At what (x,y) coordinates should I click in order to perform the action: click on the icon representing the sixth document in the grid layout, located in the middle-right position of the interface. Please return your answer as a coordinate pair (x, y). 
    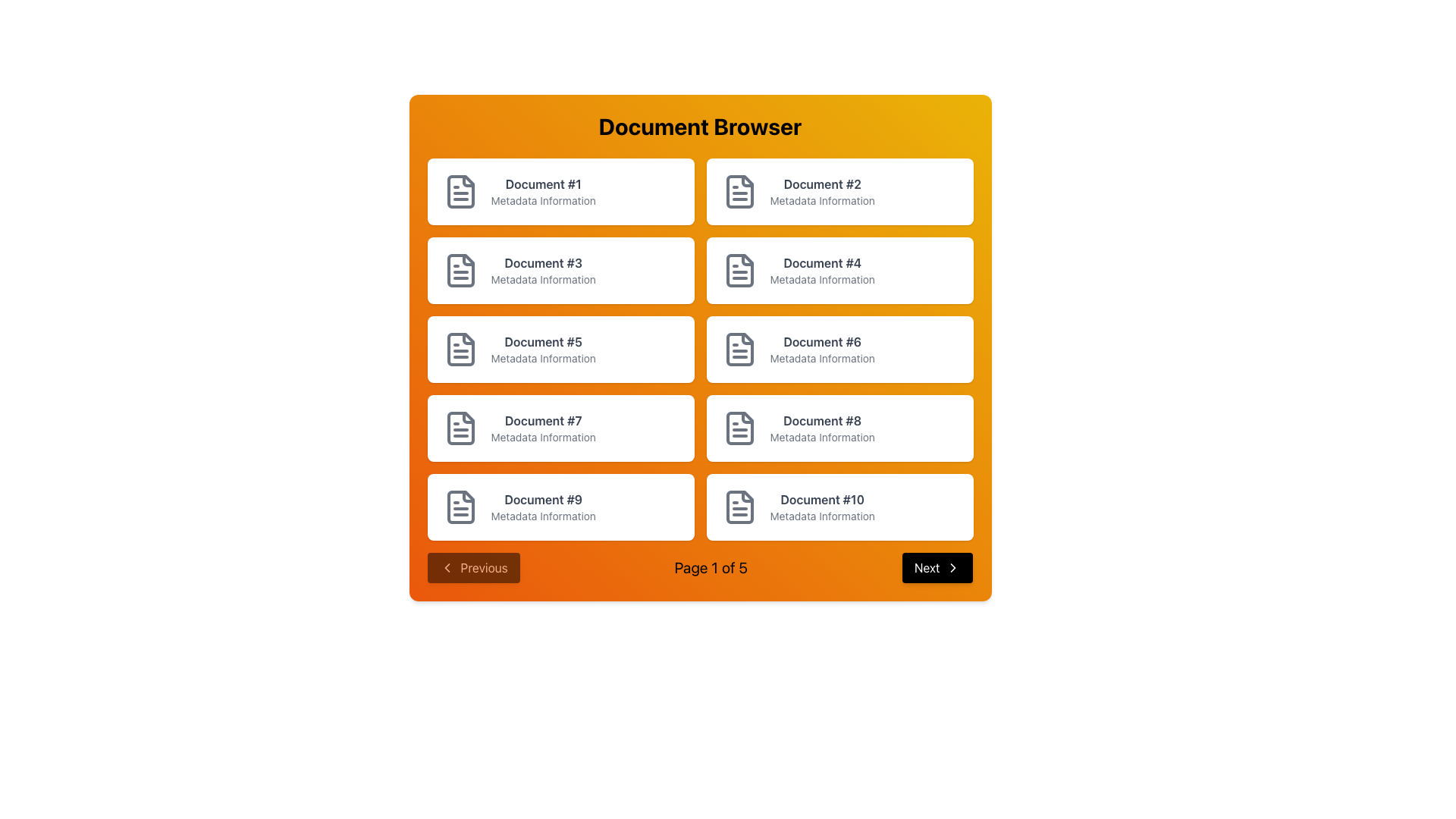
    Looking at the image, I should click on (739, 350).